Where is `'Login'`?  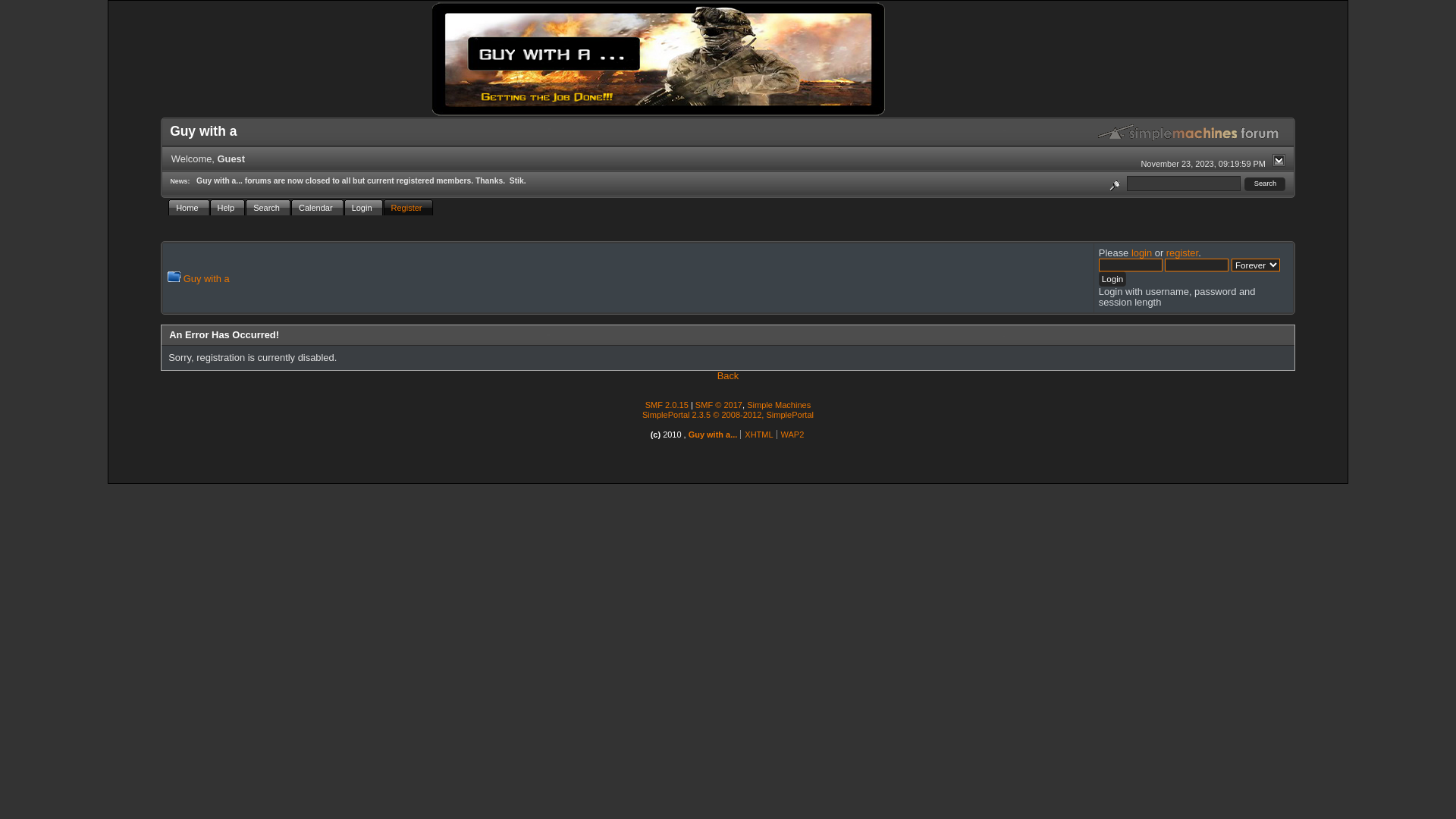 'Login' is located at coordinates (1099, 278).